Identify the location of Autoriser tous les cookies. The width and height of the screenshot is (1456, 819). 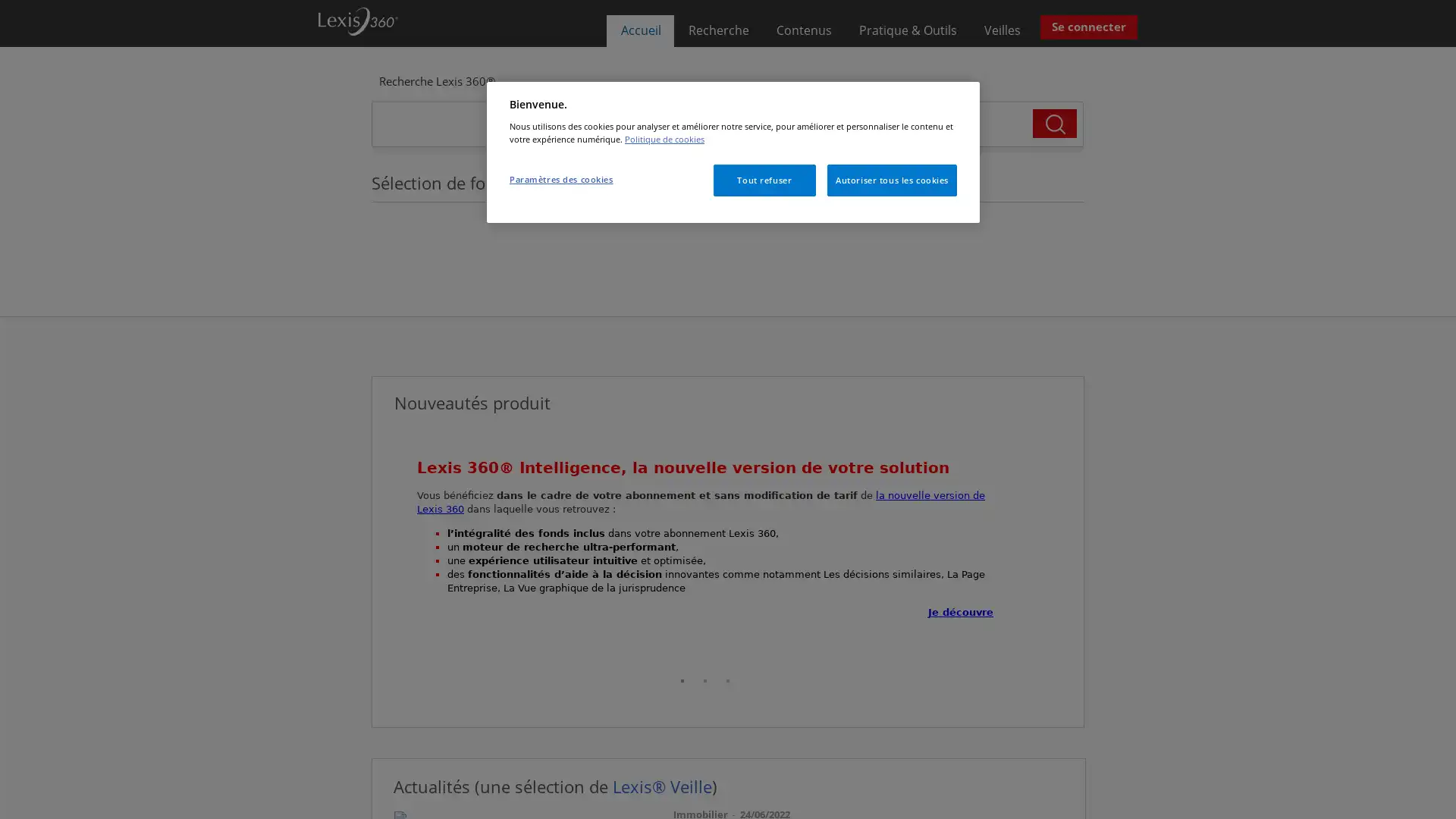
(892, 178).